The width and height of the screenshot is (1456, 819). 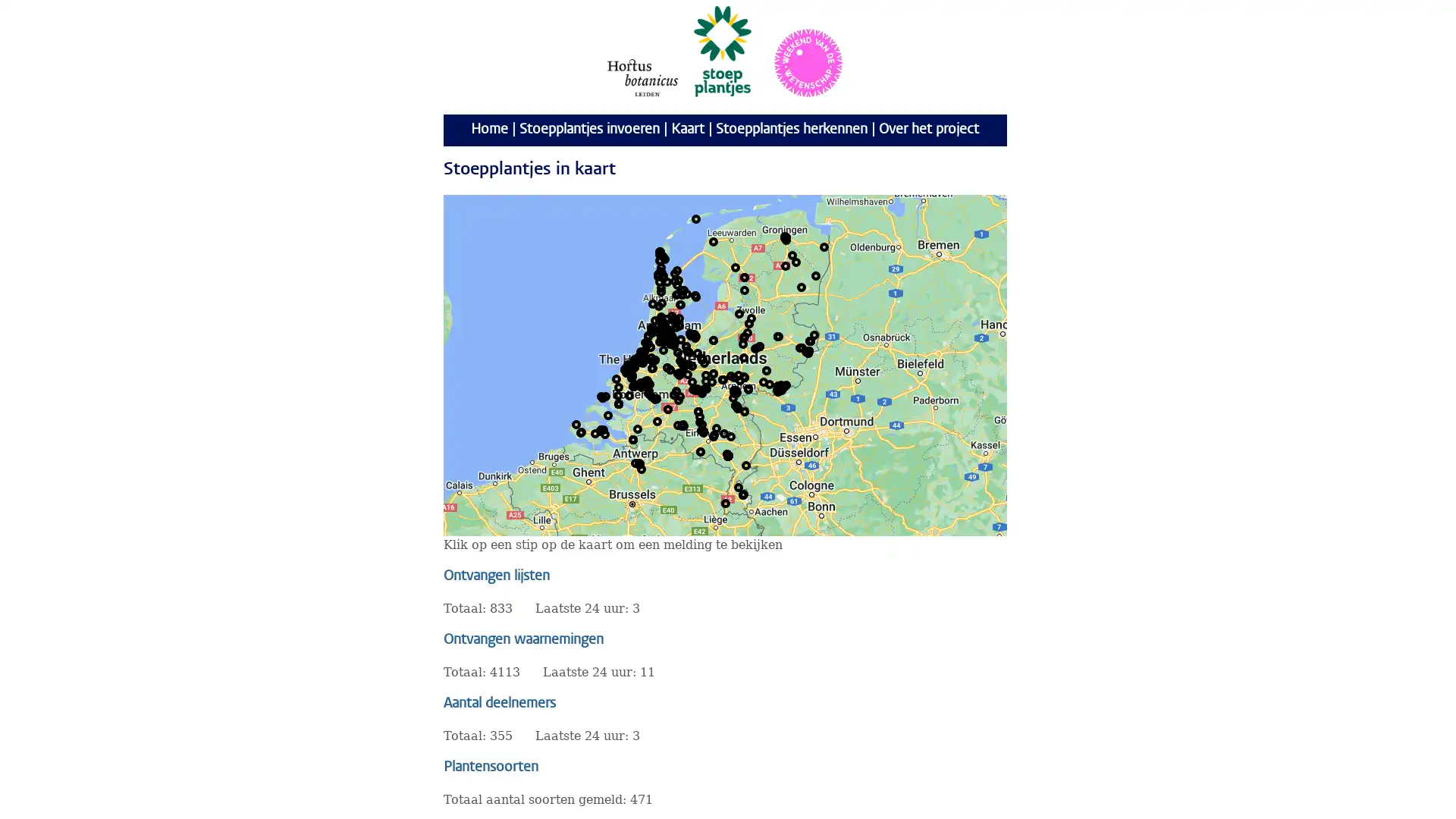 What do you see at coordinates (669, 333) in the screenshot?
I see `Telling van Annabel Luke op 21 april 2022` at bounding box center [669, 333].